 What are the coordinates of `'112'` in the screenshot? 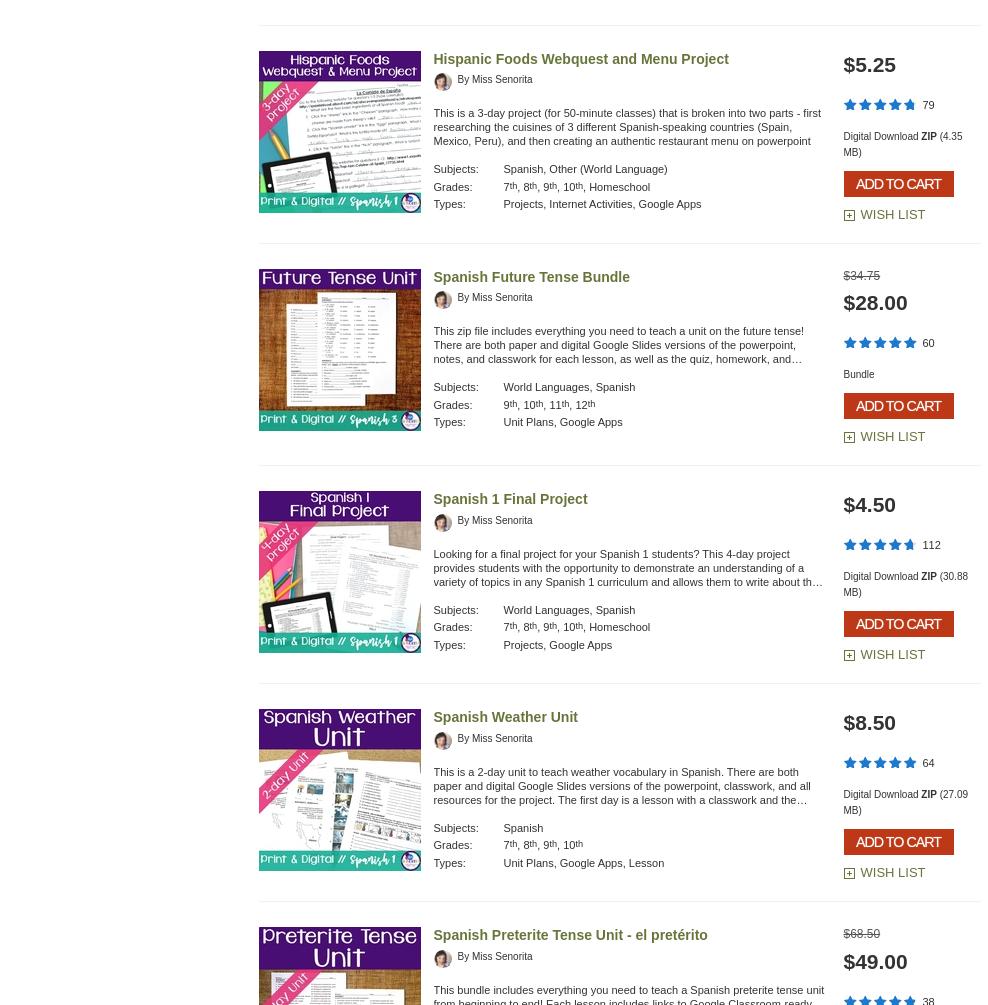 It's located at (930, 544).